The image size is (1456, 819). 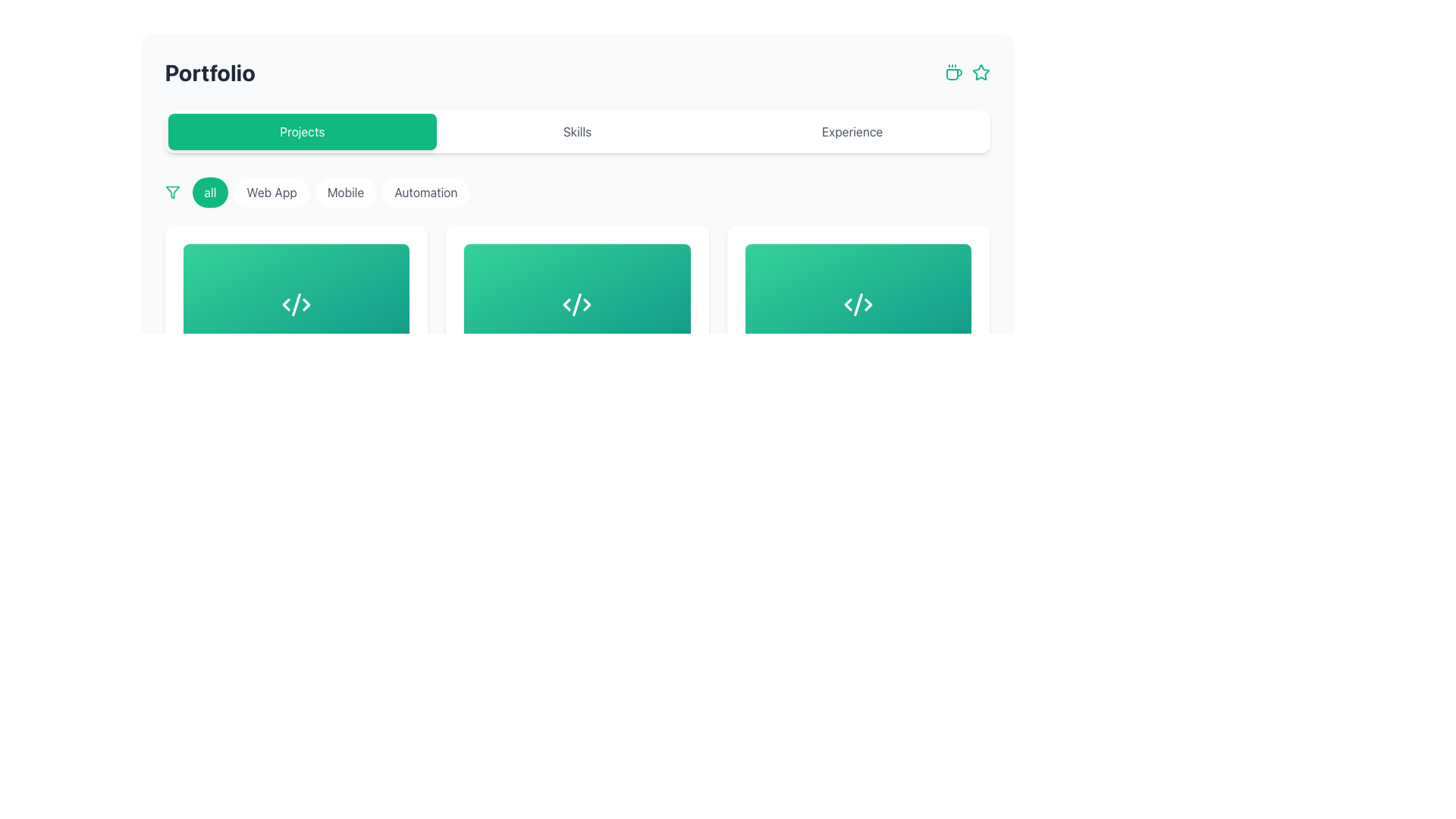 I want to click on the bold, large 'Portfolio' heading text displayed in dark gray at the top-left area of the interface, so click(x=209, y=73).